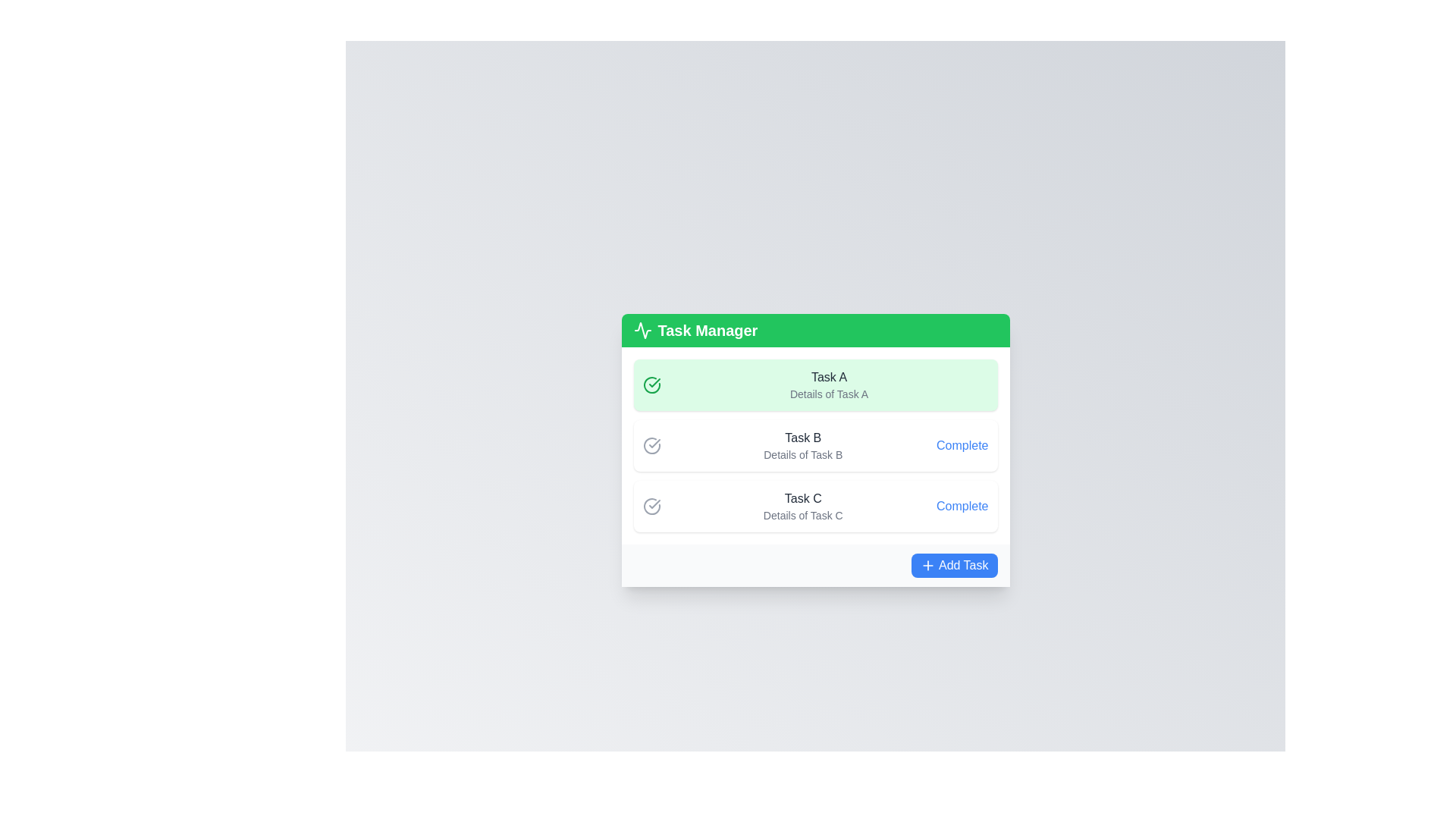 The height and width of the screenshot is (819, 1456). Describe the element at coordinates (707, 329) in the screenshot. I see `title label of the Task Manager interface, which is horizontally centered in the green header section and located near an activity icon` at that location.